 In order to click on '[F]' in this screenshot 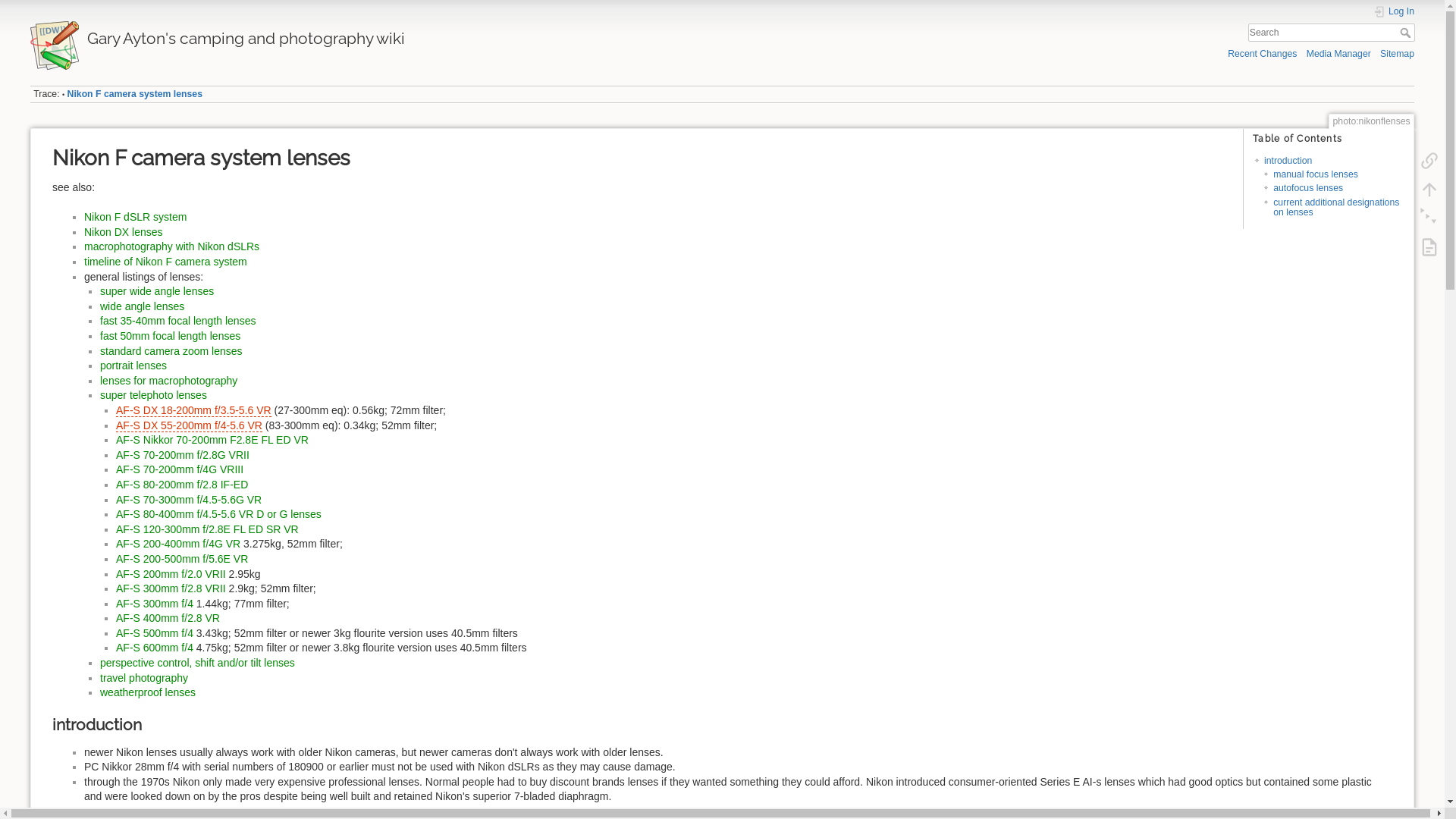, I will do `click(1331, 33)`.